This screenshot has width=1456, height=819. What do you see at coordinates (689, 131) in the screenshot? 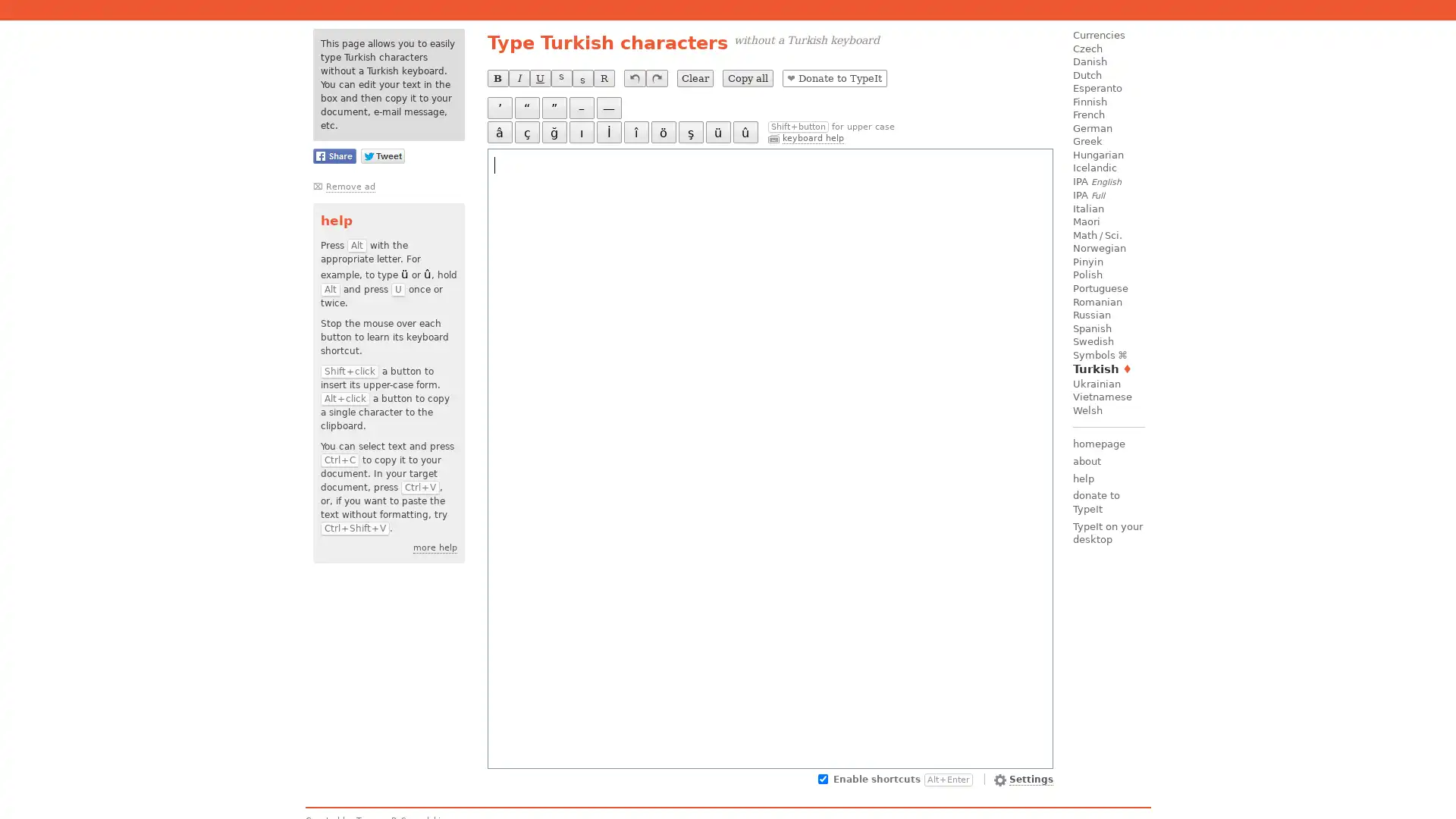
I see `s` at bounding box center [689, 131].